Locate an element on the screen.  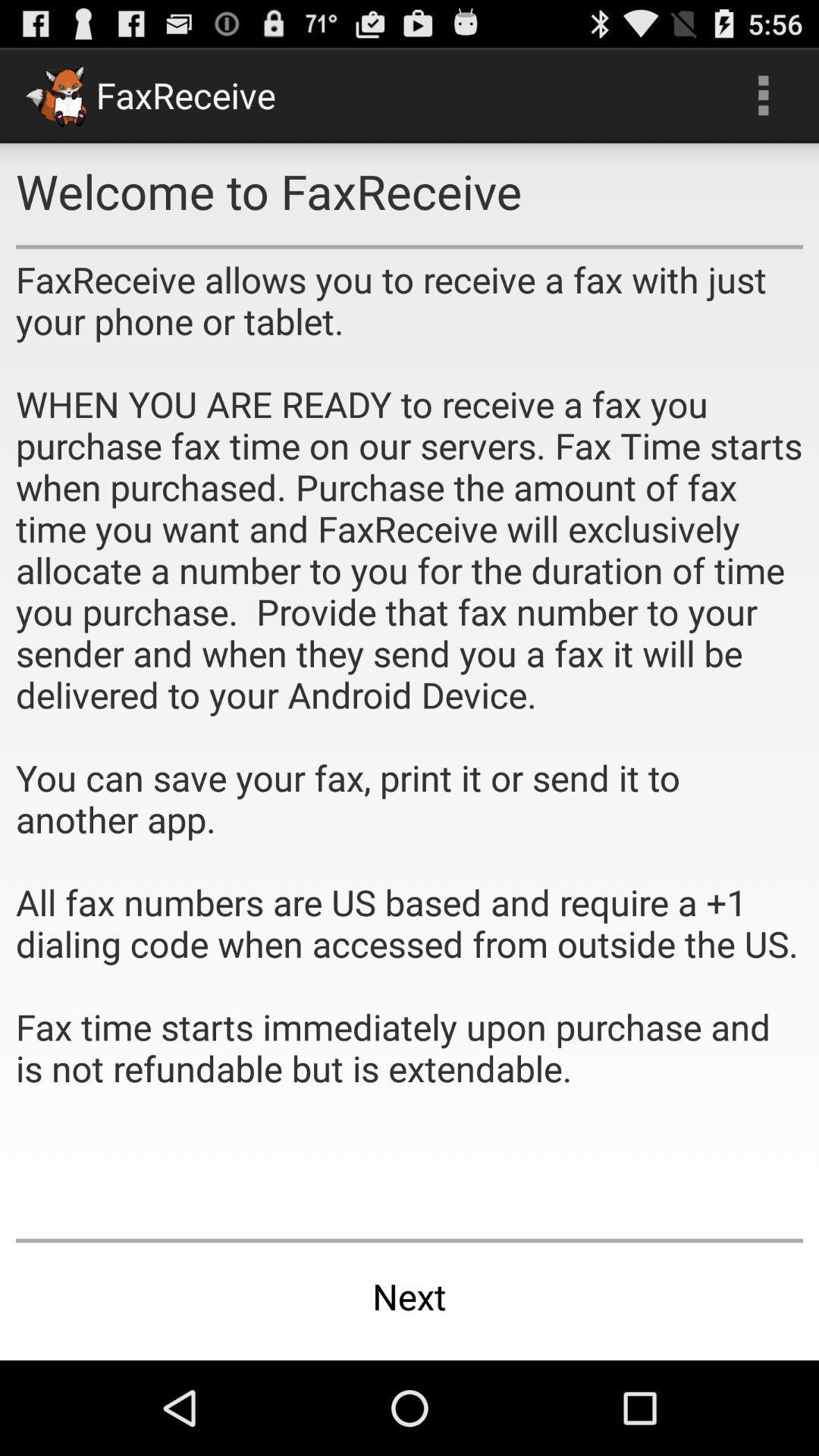
next icon is located at coordinates (409, 1295).